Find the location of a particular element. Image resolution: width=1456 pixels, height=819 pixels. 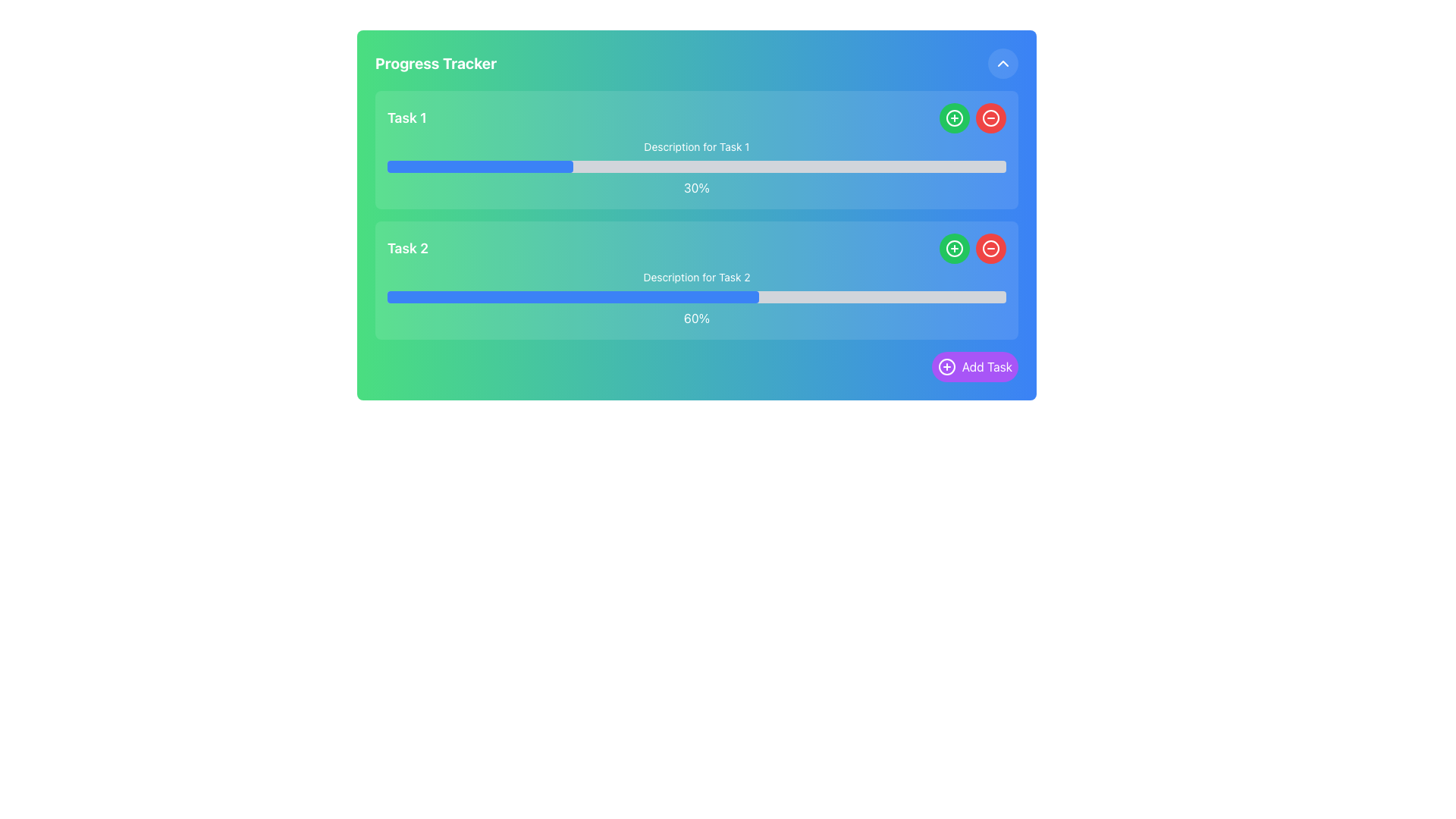

the blue filled portion of the progress bar segment located below the 'Description for Task 2' text is located at coordinates (572, 297).